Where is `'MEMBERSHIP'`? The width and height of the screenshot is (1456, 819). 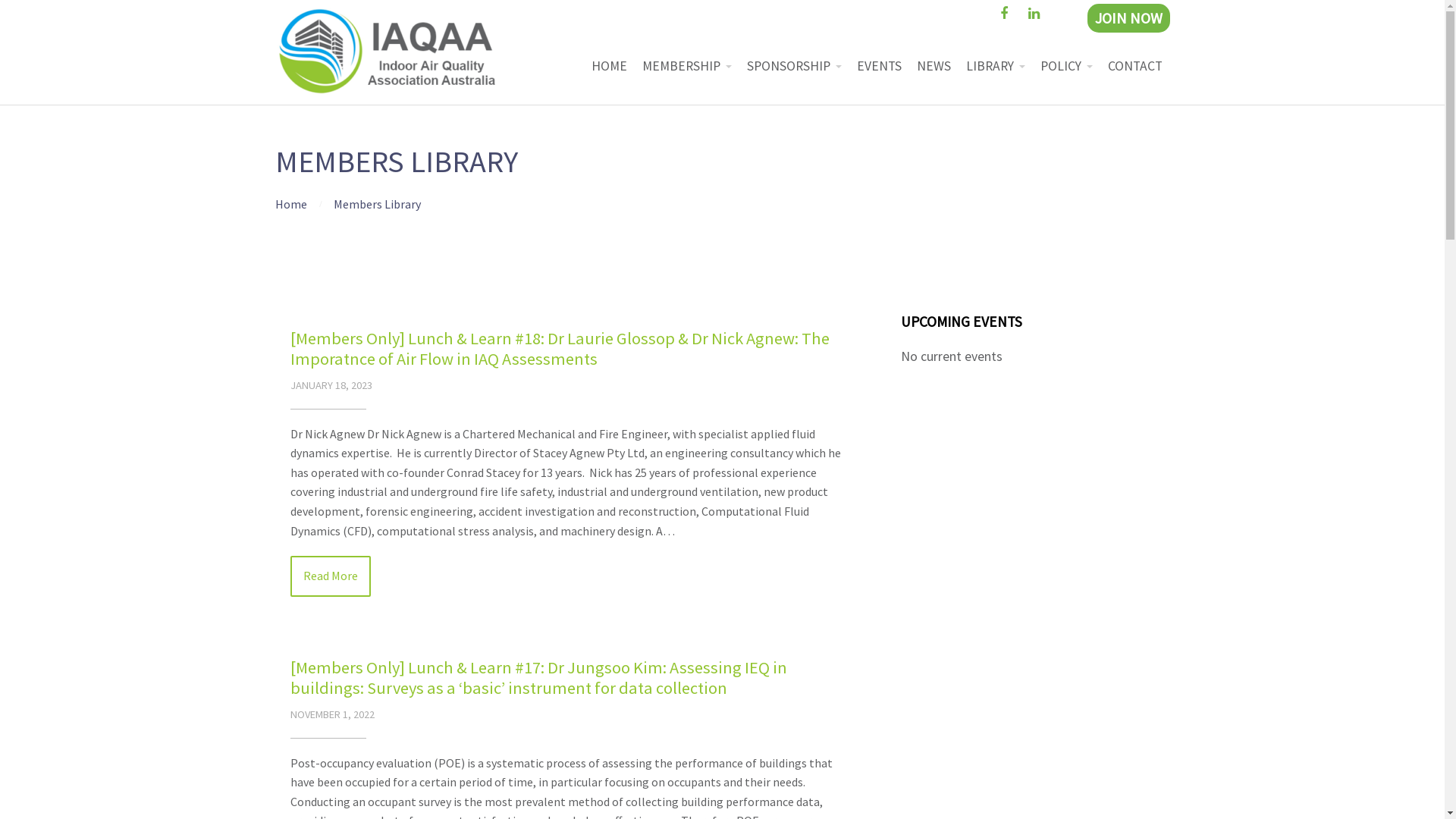 'MEMBERSHIP' is located at coordinates (686, 65).